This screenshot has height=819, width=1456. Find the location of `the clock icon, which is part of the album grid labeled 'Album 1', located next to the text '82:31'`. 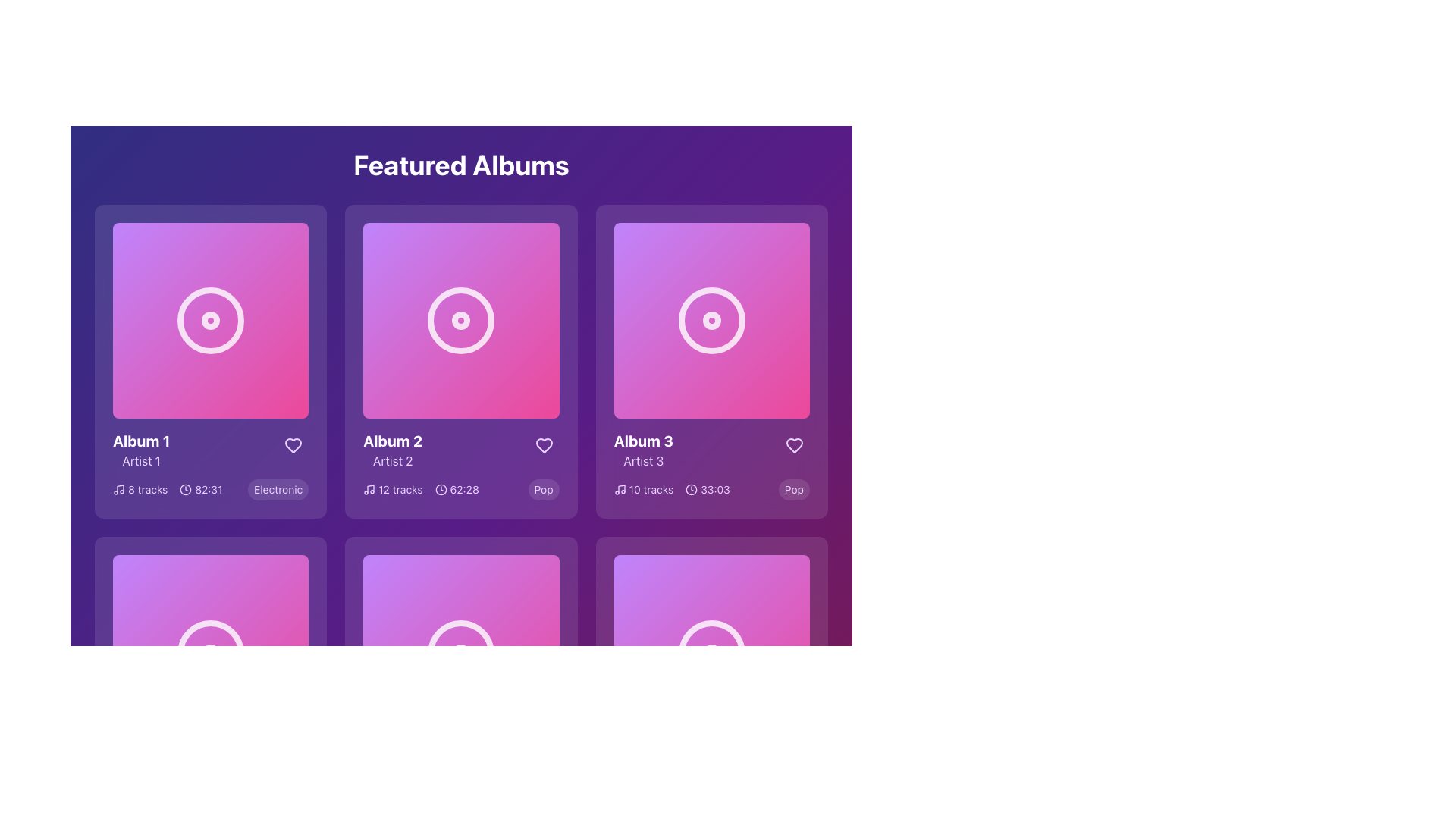

the clock icon, which is part of the album grid labeled 'Album 1', located next to the text '82:31' is located at coordinates (185, 490).